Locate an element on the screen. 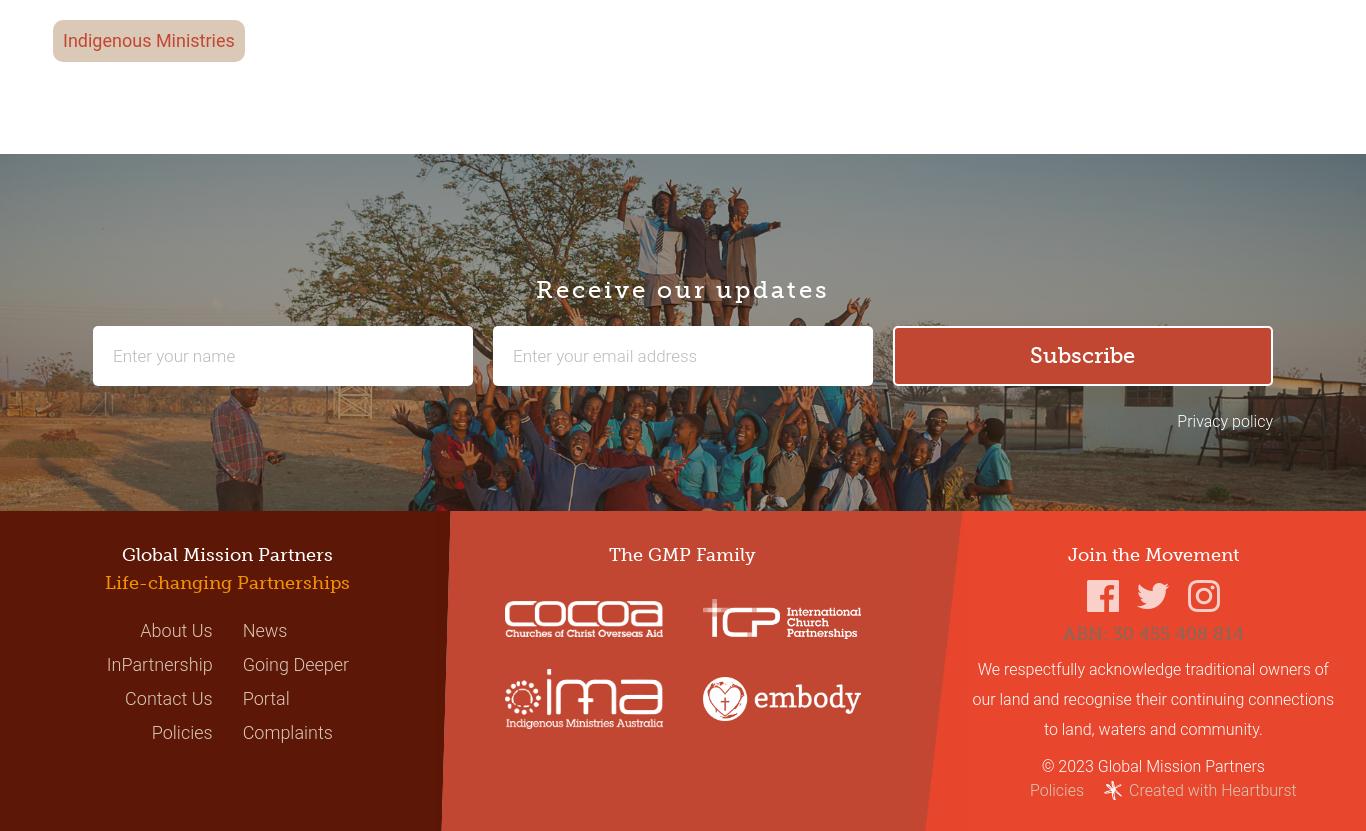  'Life-changing Partnerships' is located at coordinates (226, 583).